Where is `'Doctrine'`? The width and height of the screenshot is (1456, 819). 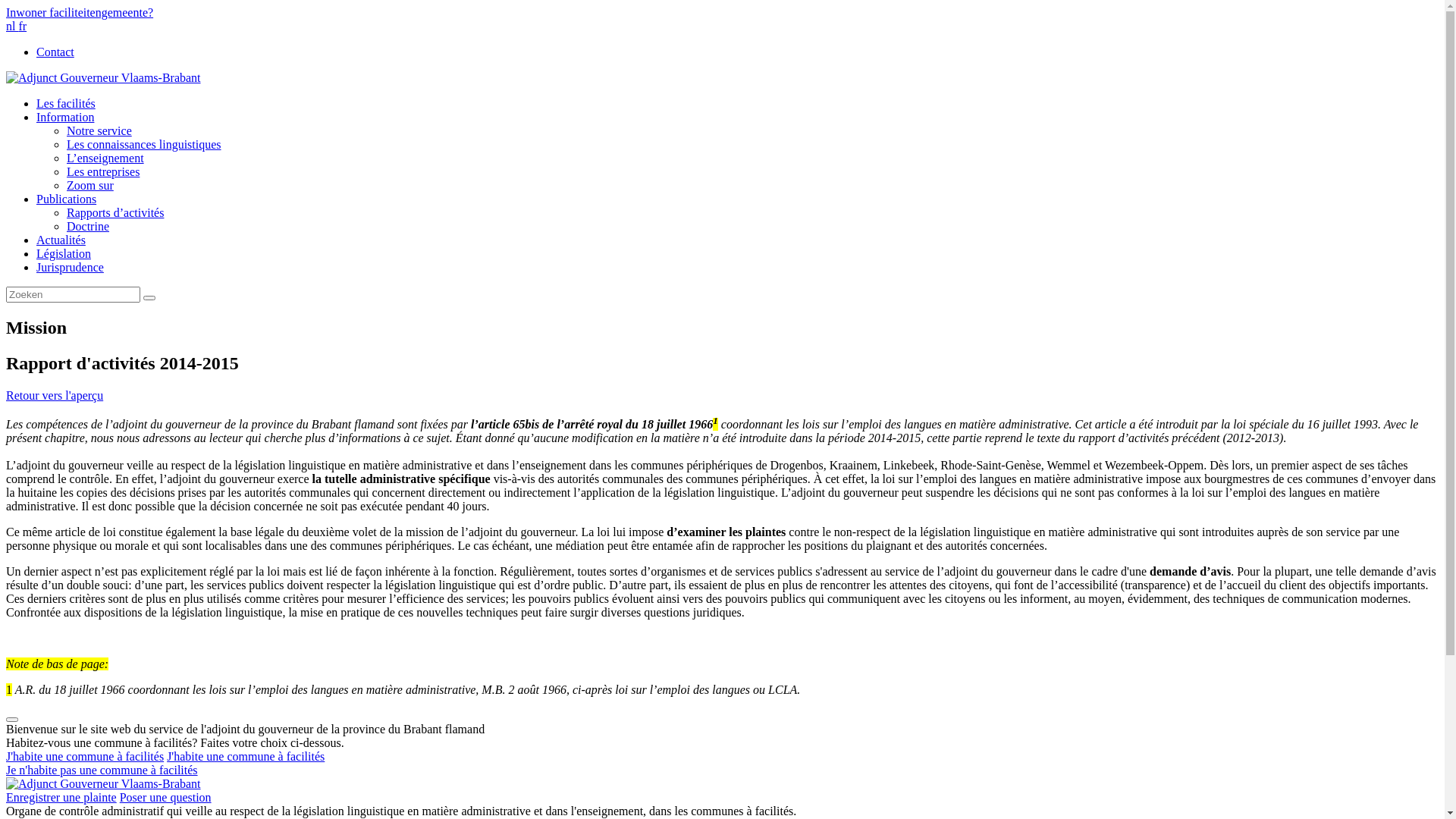 'Doctrine' is located at coordinates (86, 226).